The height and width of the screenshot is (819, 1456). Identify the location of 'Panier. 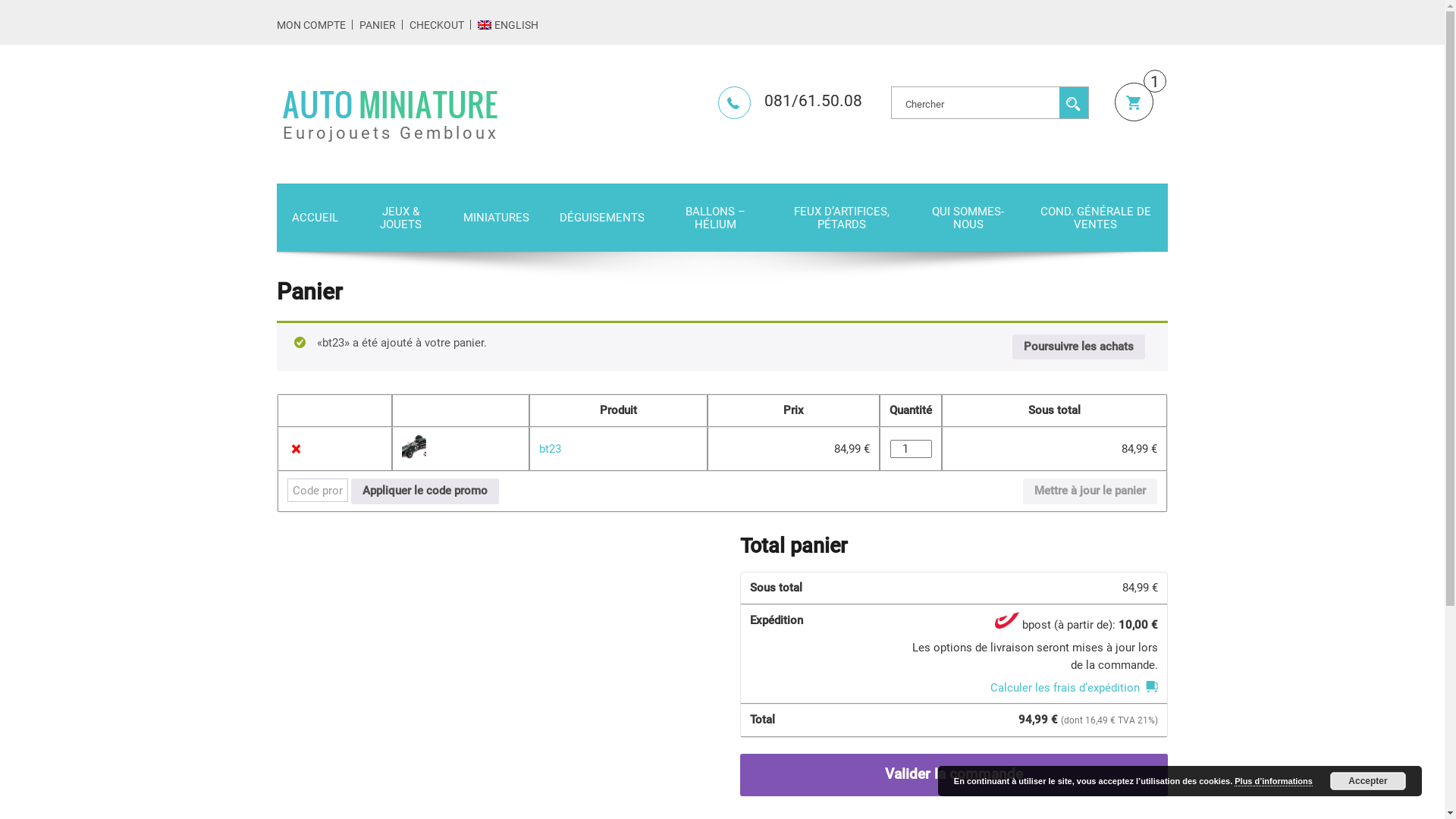
(1114, 102).